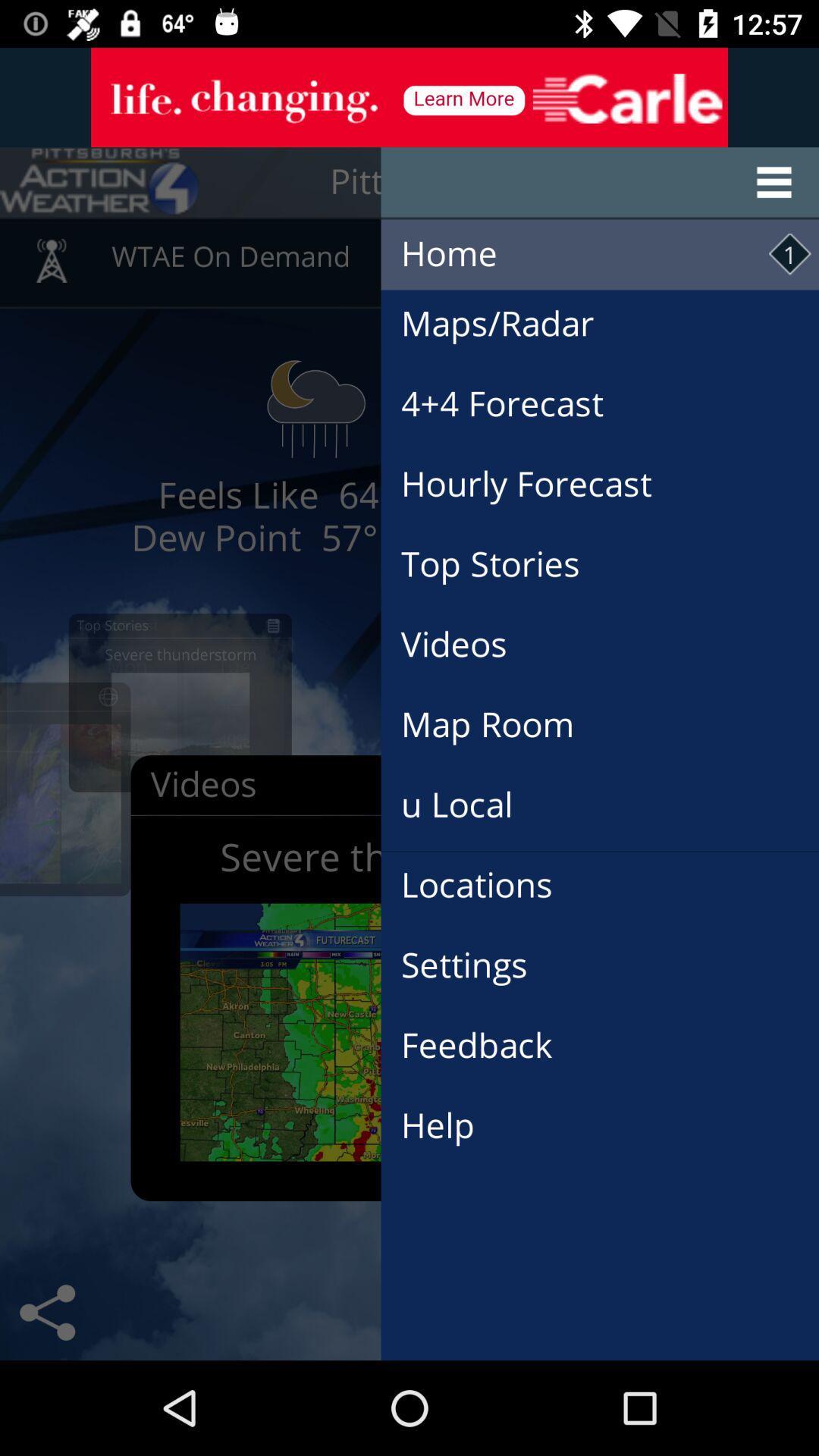 The height and width of the screenshot is (1456, 819). What do you see at coordinates (46, 1312) in the screenshot?
I see `the share icon` at bounding box center [46, 1312].